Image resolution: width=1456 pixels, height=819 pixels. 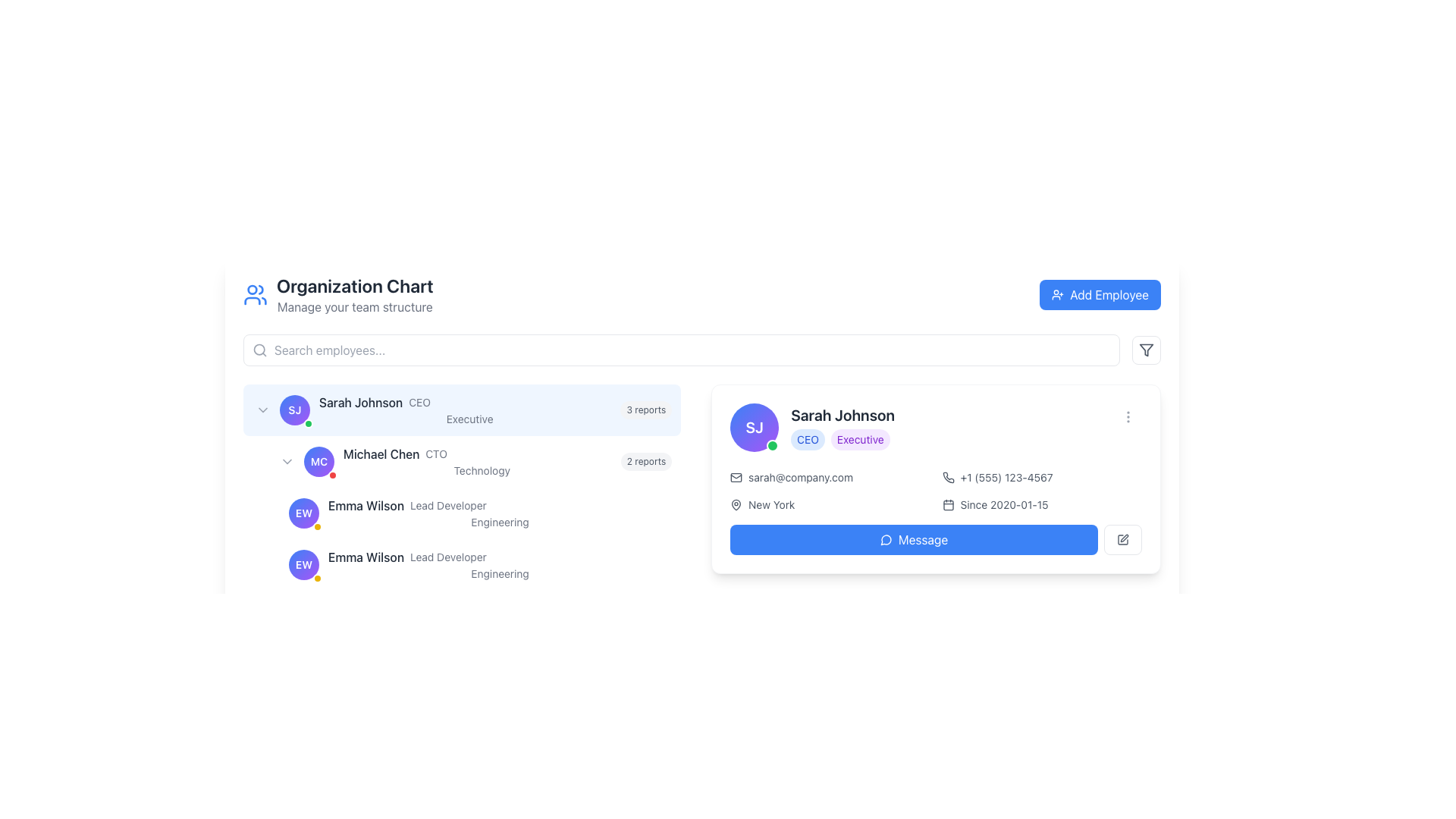 What do you see at coordinates (842, 415) in the screenshot?
I see `name displayed in the bold text label 'Sarah Johnson' located at the top of the profile card on the right side of the interface` at bounding box center [842, 415].